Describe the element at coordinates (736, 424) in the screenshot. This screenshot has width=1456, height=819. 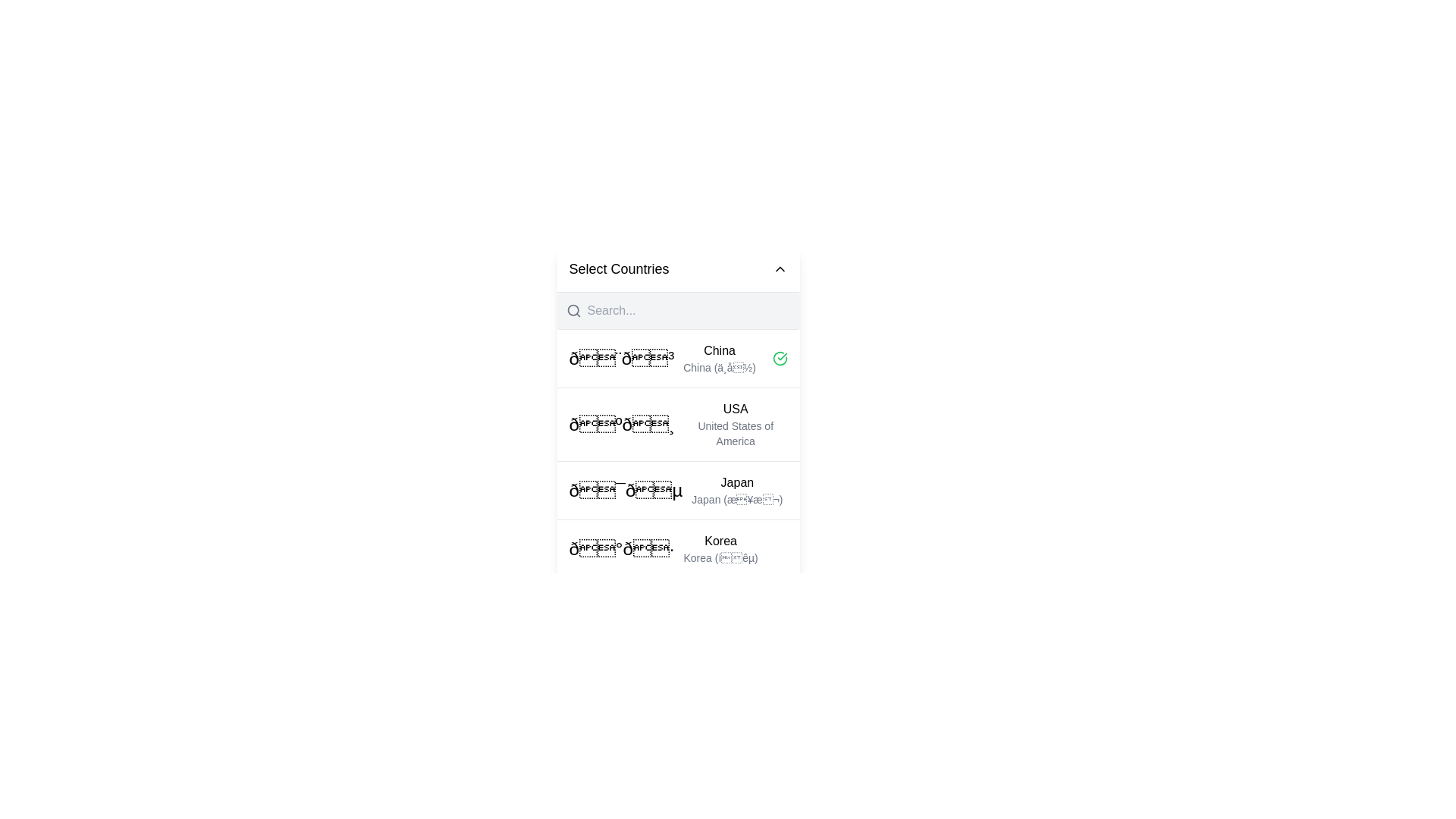
I see `the list item displaying 'USA'` at that location.